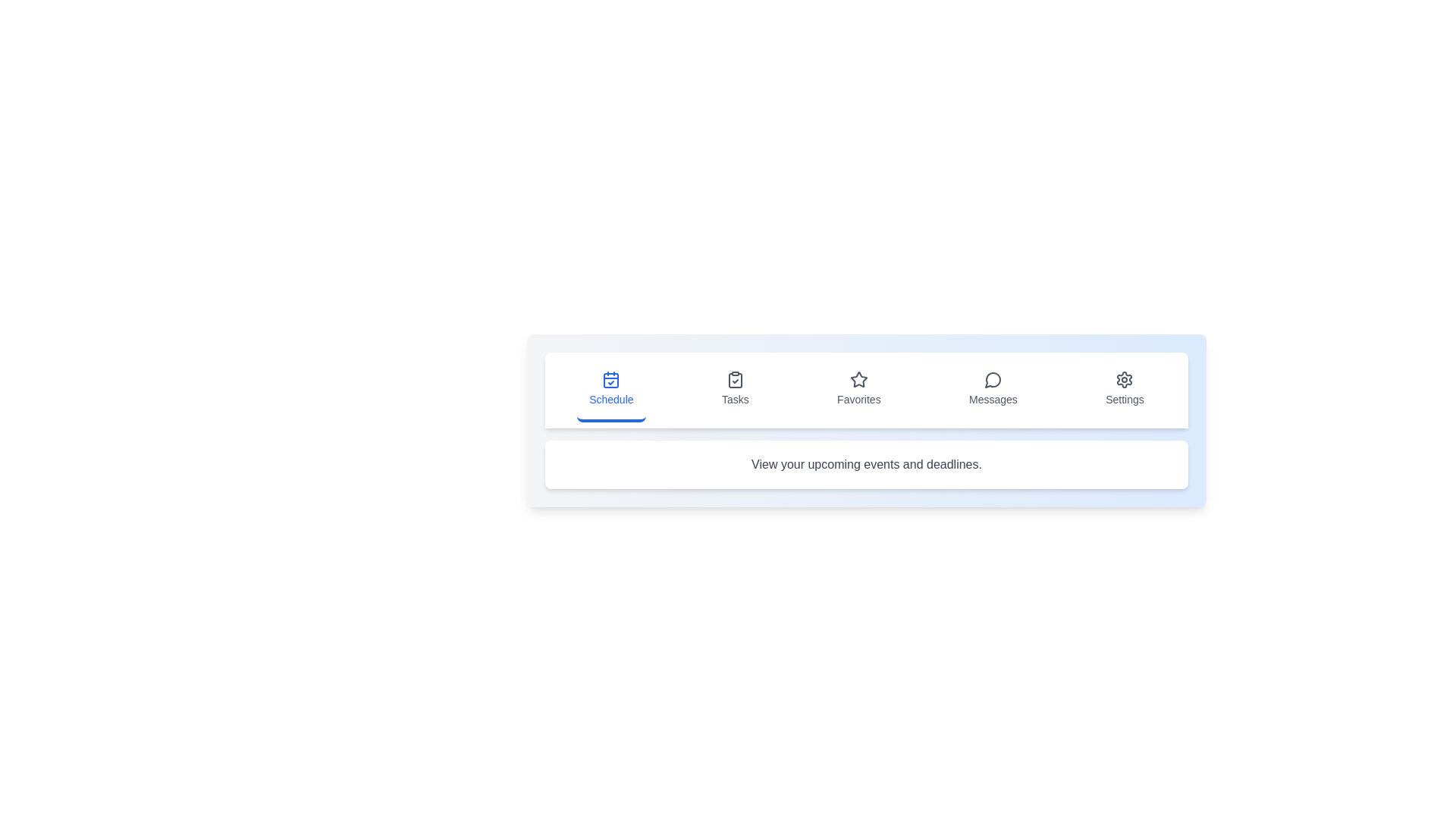  Describe the element at coordinates (611, 390) in the screenshot. I see `the tab labeled Schedule` at that location.